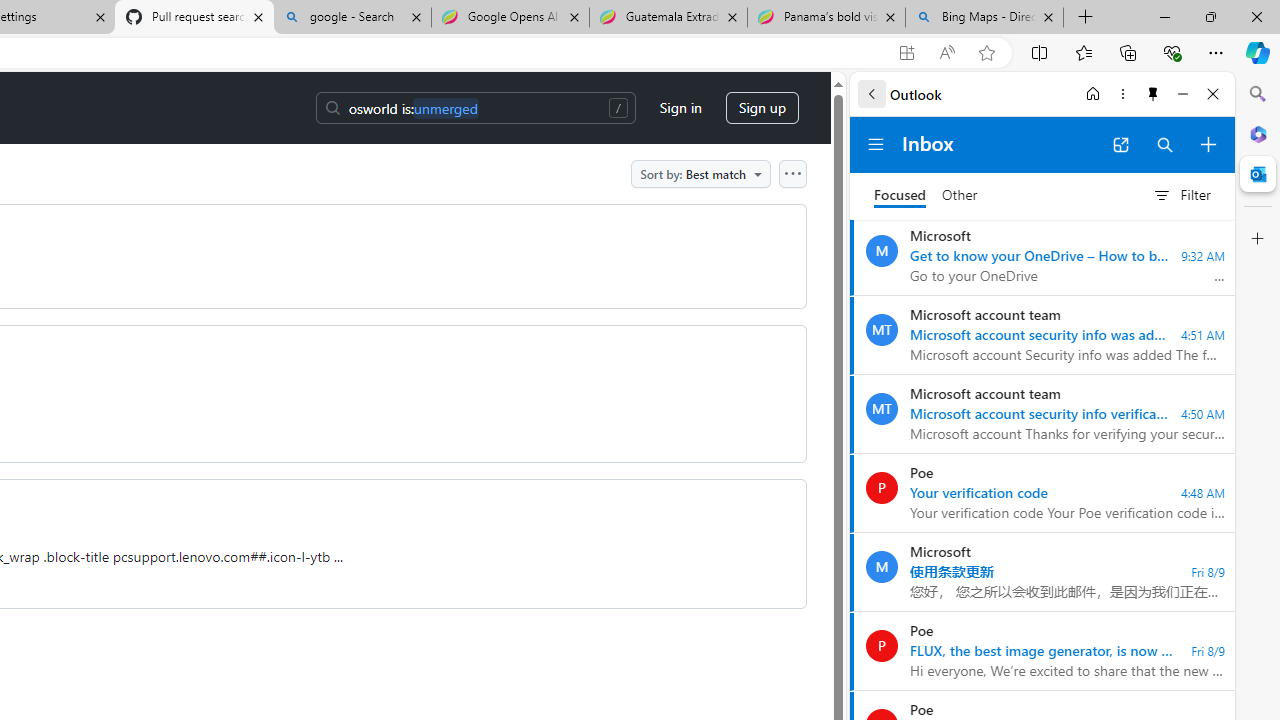 The height and width of the screenshot is (720, 1280). Describe the element at coordinates (1181, 195) in the screenshot. I see `'Filter'` at that location.